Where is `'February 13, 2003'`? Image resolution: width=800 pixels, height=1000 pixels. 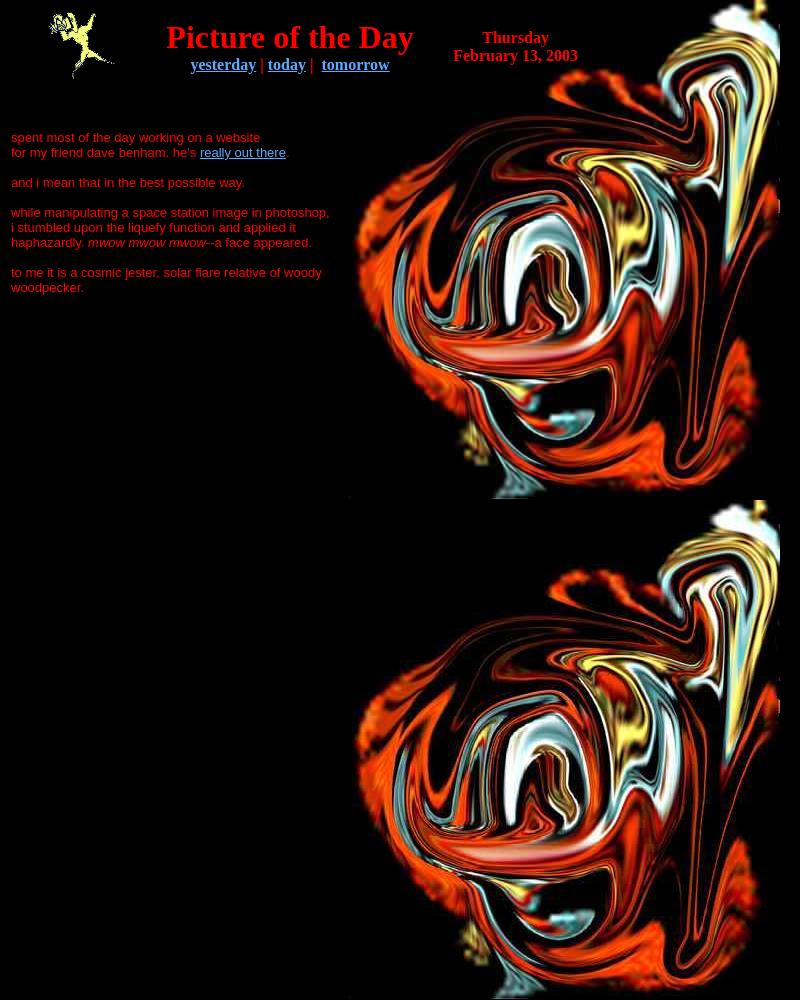 'February 13, 2003' is located at coordinates (514, 54).